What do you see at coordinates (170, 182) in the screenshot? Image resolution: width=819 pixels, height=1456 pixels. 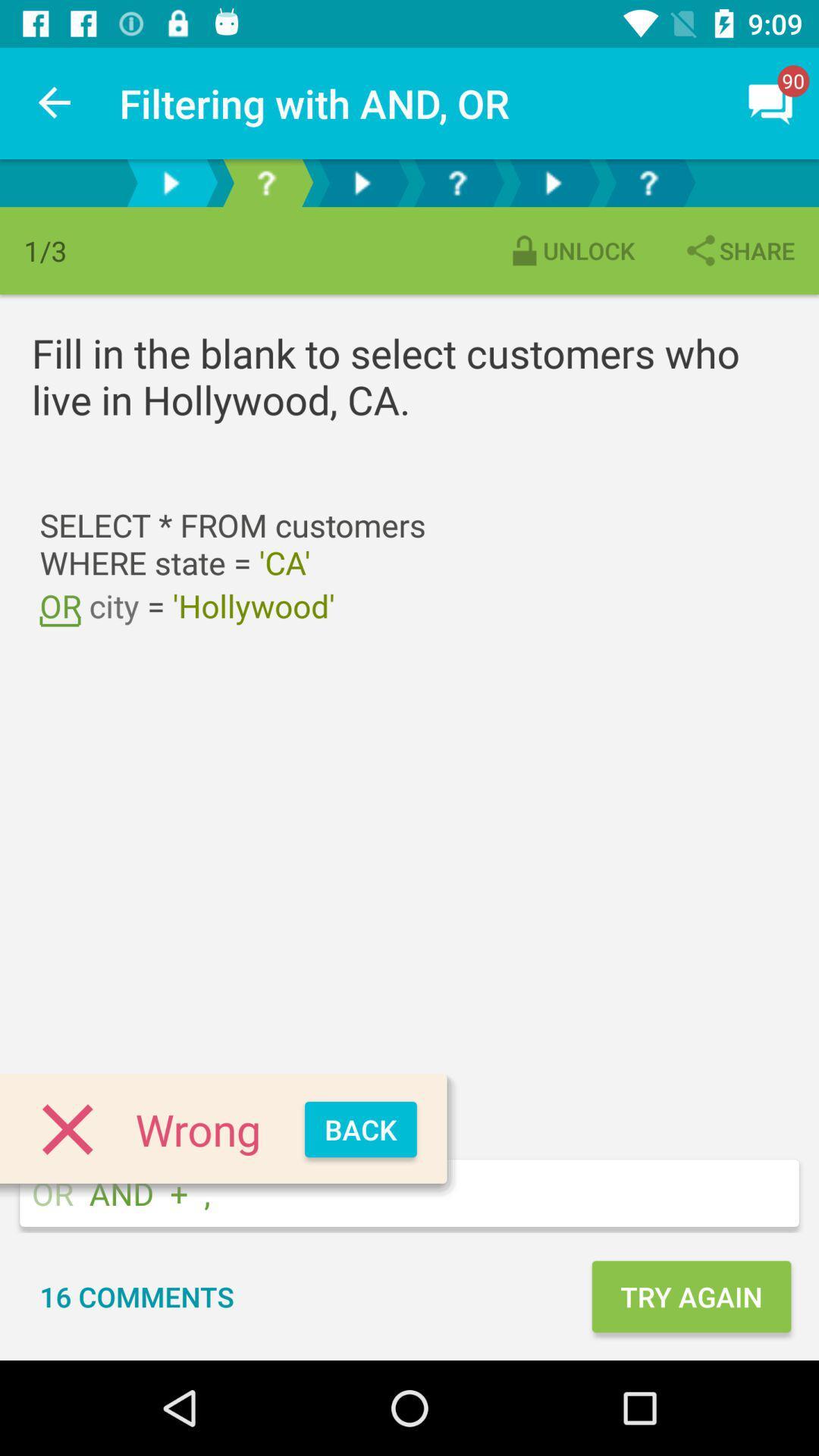 I see `the first arrow button at the top of the page` at bounding box center [170, 182].